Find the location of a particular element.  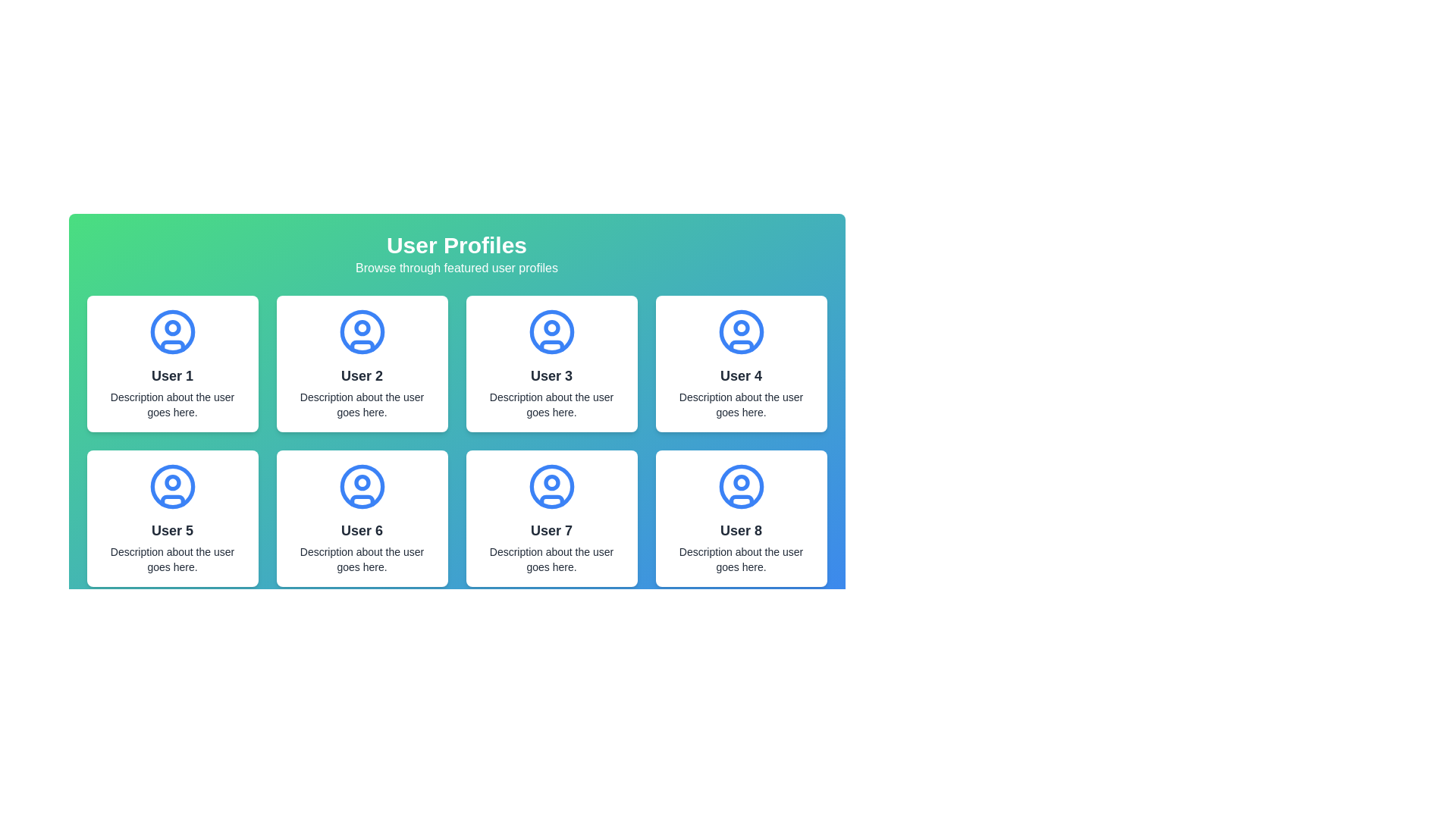

the circular user avatar icon with a blue outline located at the top center of the card titled 'User 2' for more details is located at coordinates (361, 331).